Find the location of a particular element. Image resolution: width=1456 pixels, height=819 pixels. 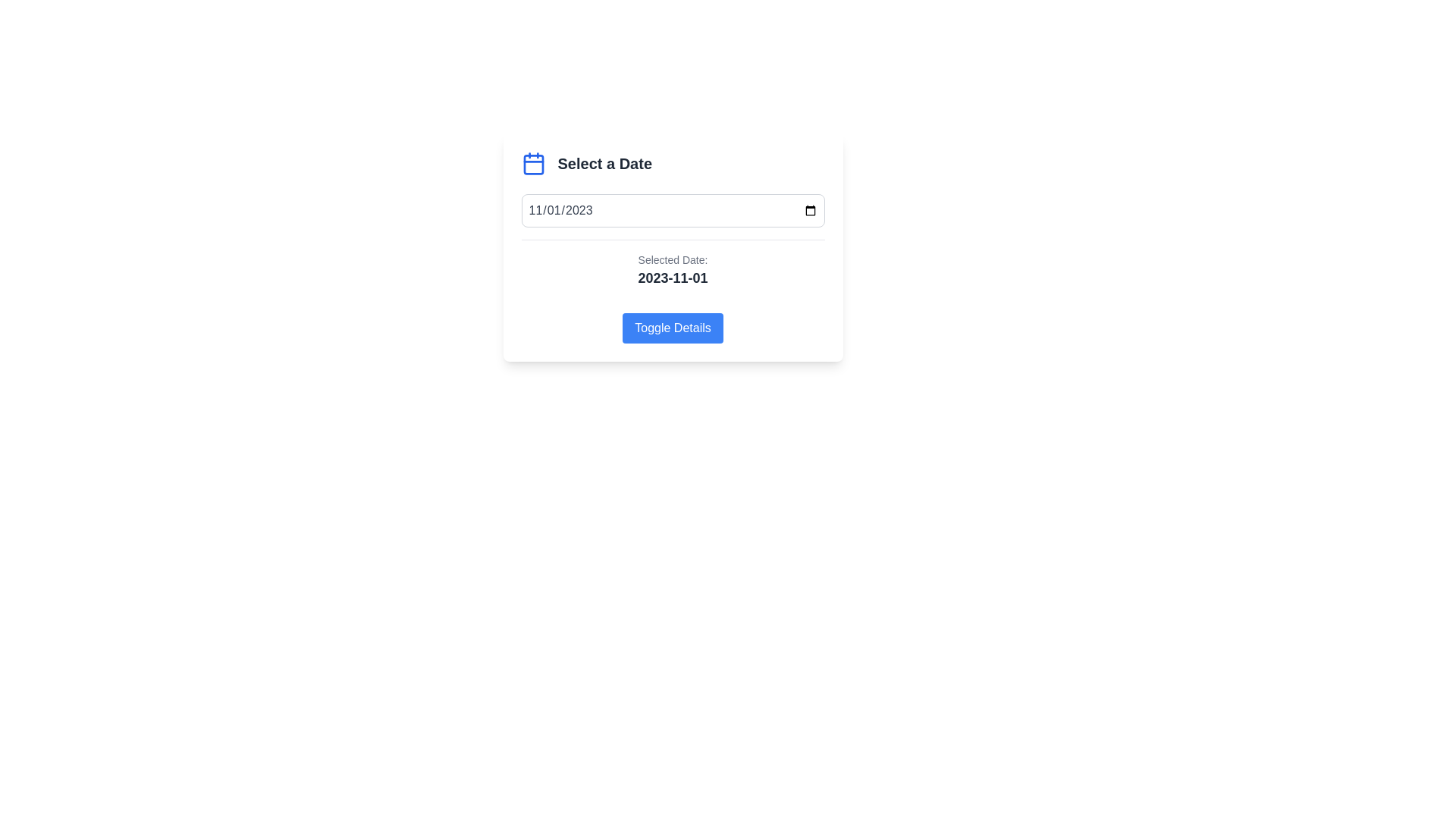

the text label reading 'Selected Date:', which is styled in gray and located above the date '2023-11-01' is located at coordinates (672, 259).